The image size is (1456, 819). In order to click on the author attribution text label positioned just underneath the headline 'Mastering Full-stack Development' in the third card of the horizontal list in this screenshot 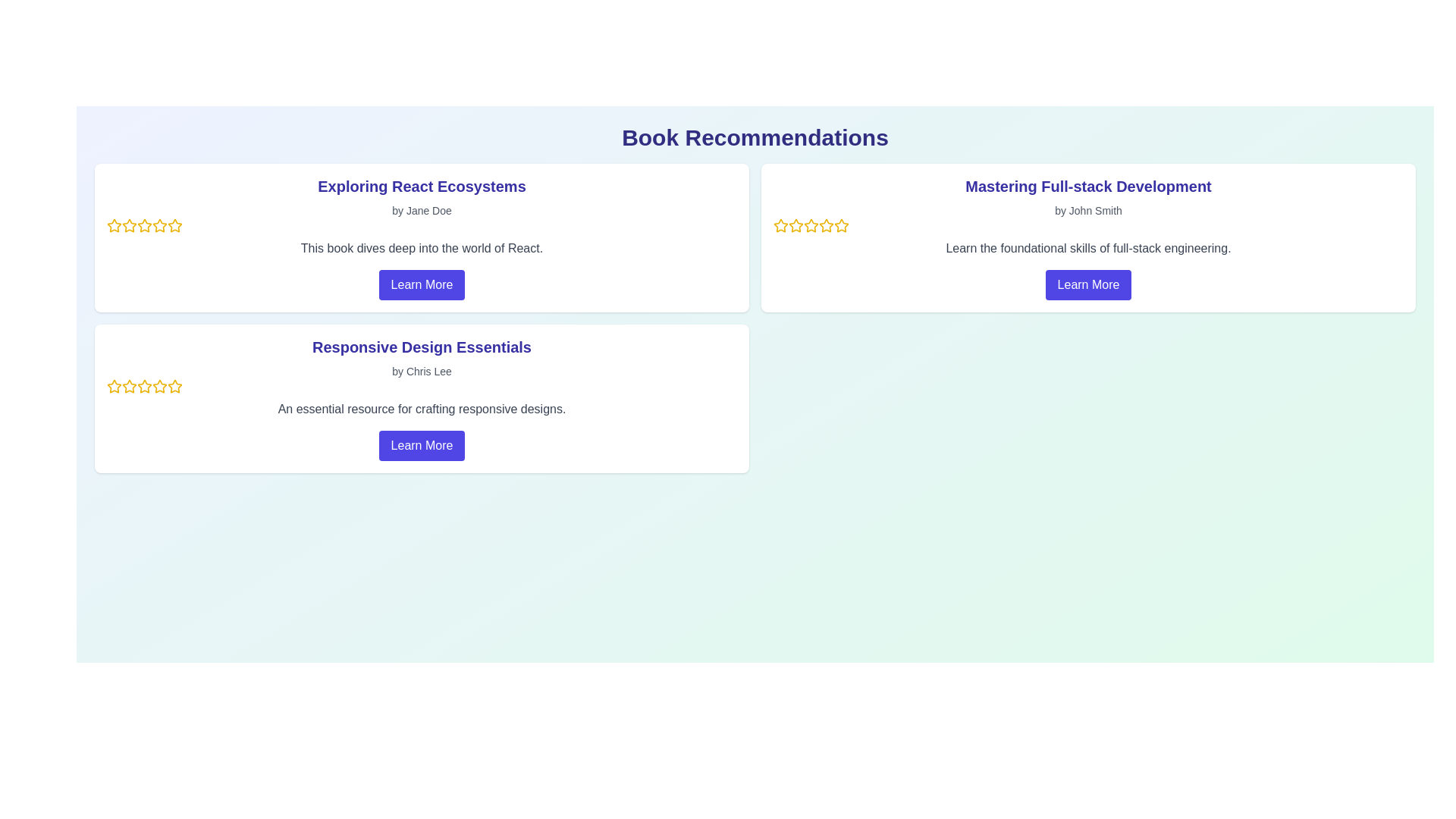, I will do `click(1087, 210)`.